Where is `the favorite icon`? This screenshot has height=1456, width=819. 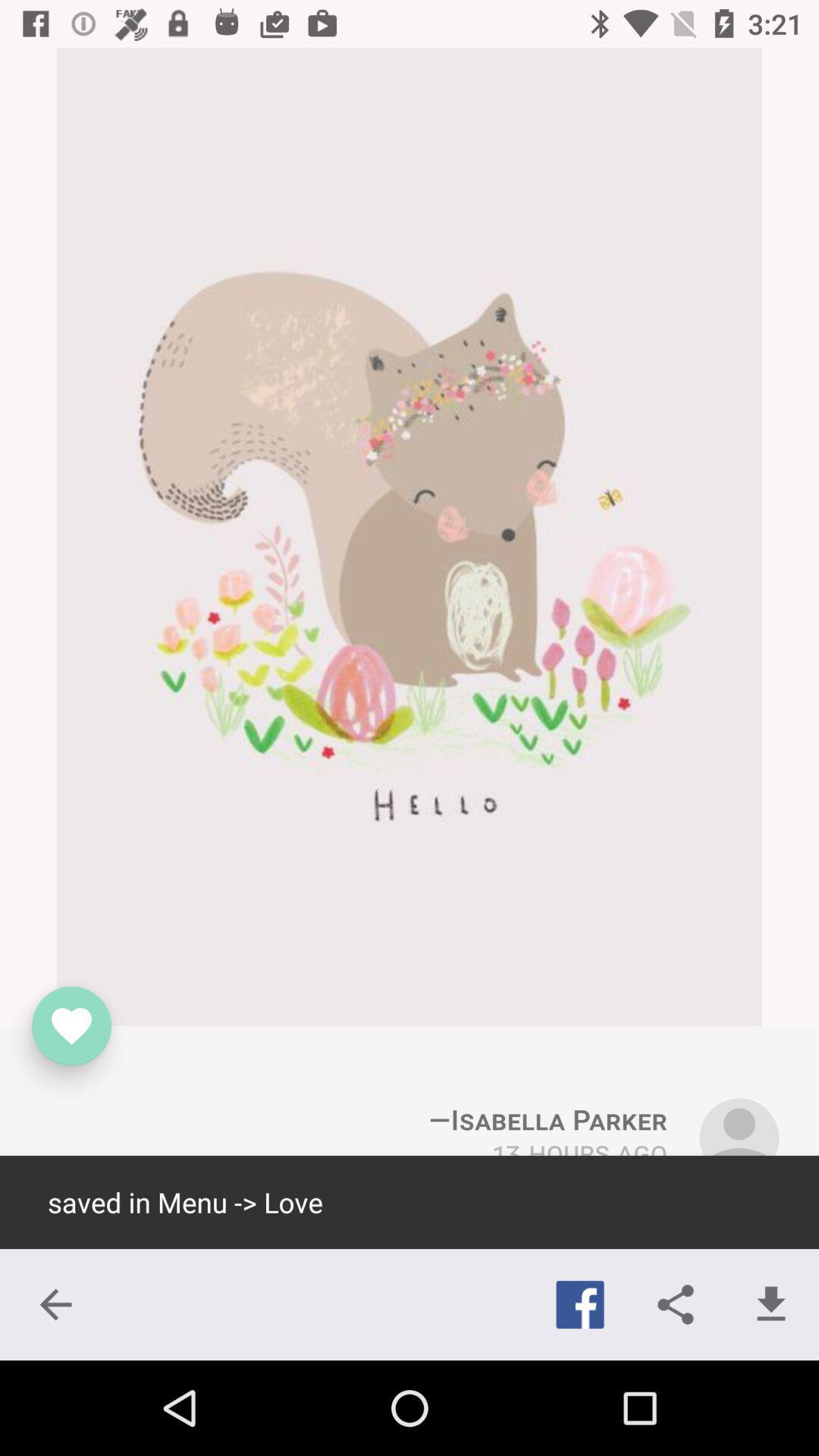
the favorite icon is located at coordinates (71, 1026).